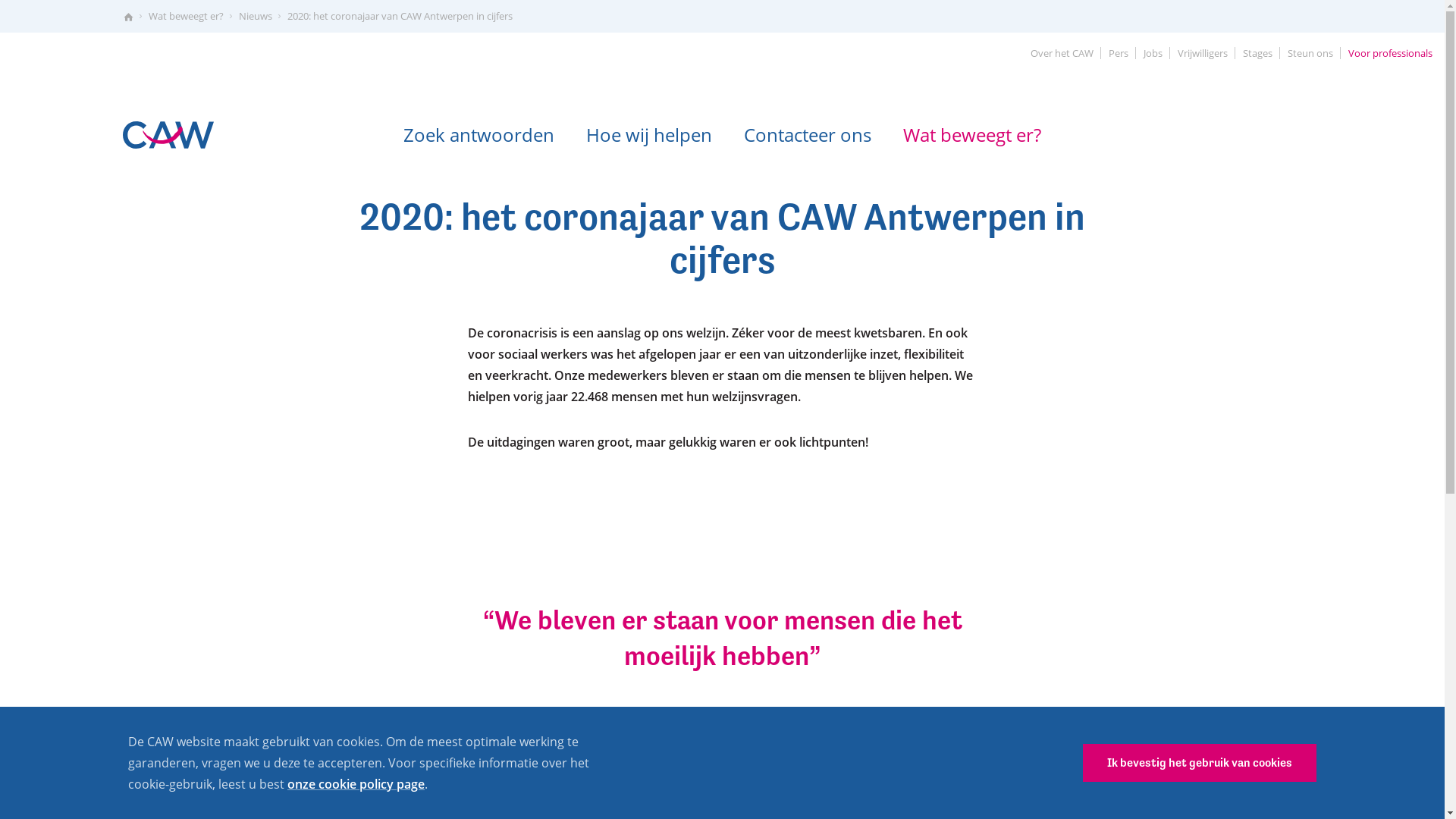  Describe the element at coordinates (971, 133) in the screenshot. I see `'Wat beweegt er?'` at that location.